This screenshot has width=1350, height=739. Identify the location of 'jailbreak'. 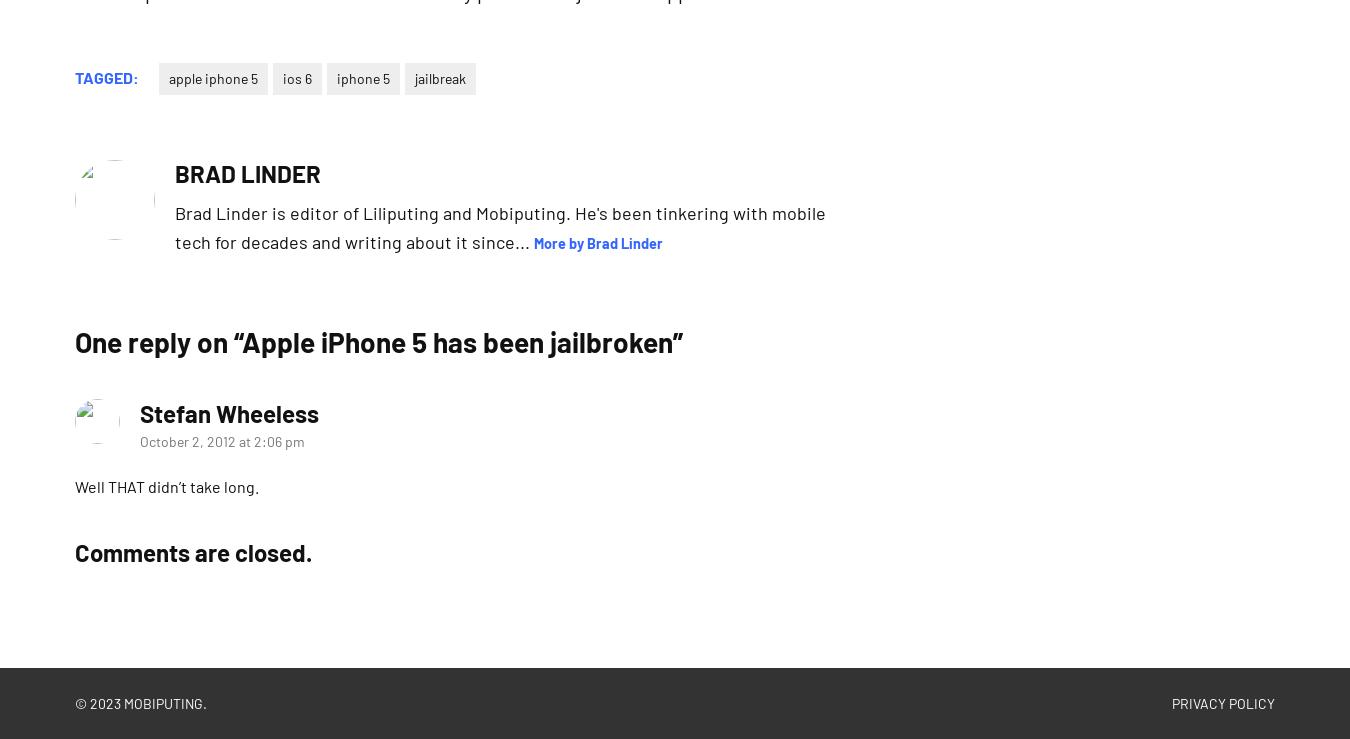
(440, 76).